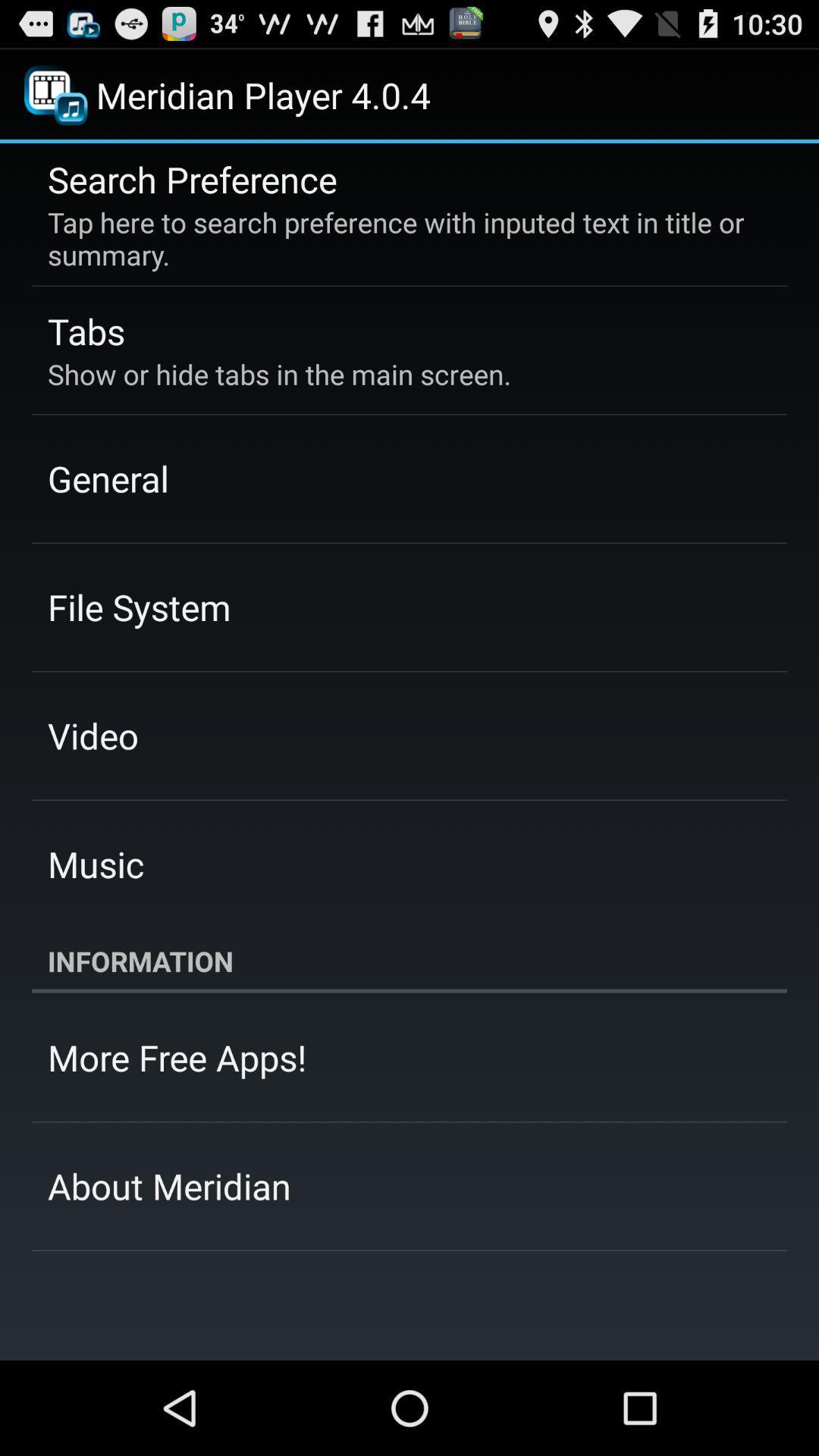 The image size is (819, 1456). Describe the element at coordinates (169, 1185) in the screenshot. I see `the about meridian item` at that location.